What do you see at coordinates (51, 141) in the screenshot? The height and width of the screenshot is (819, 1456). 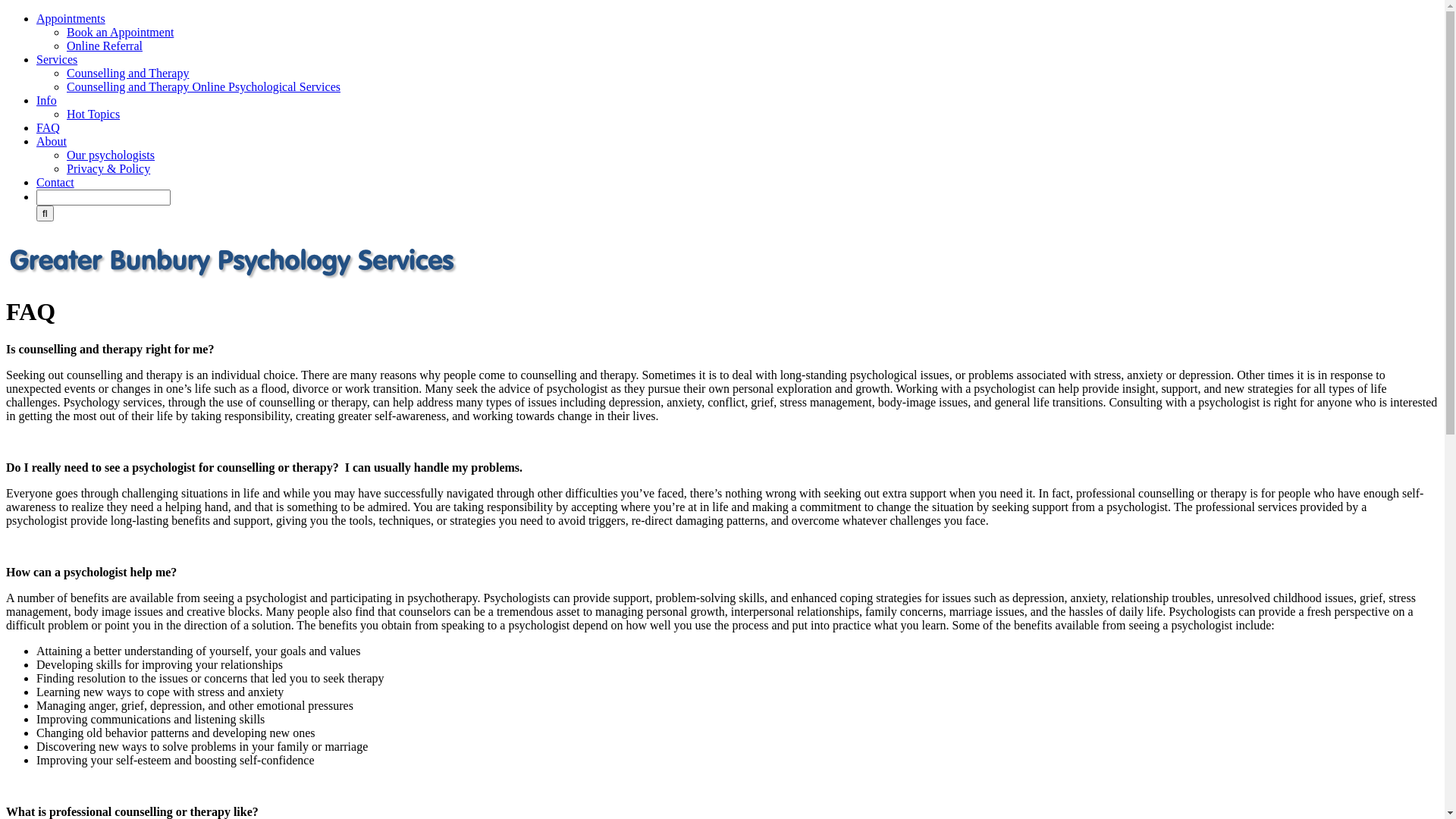 I see `'About'` at bounding box center [51, 141].